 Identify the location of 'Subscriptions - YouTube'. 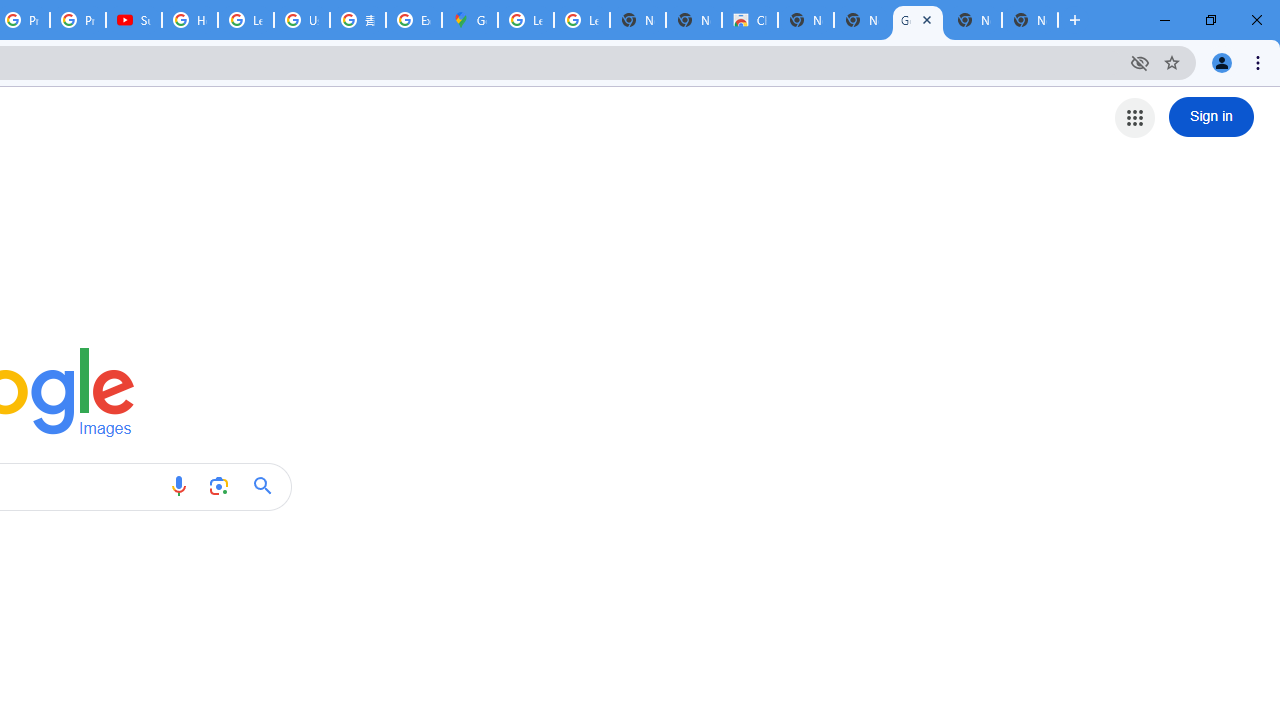
(133, 20).